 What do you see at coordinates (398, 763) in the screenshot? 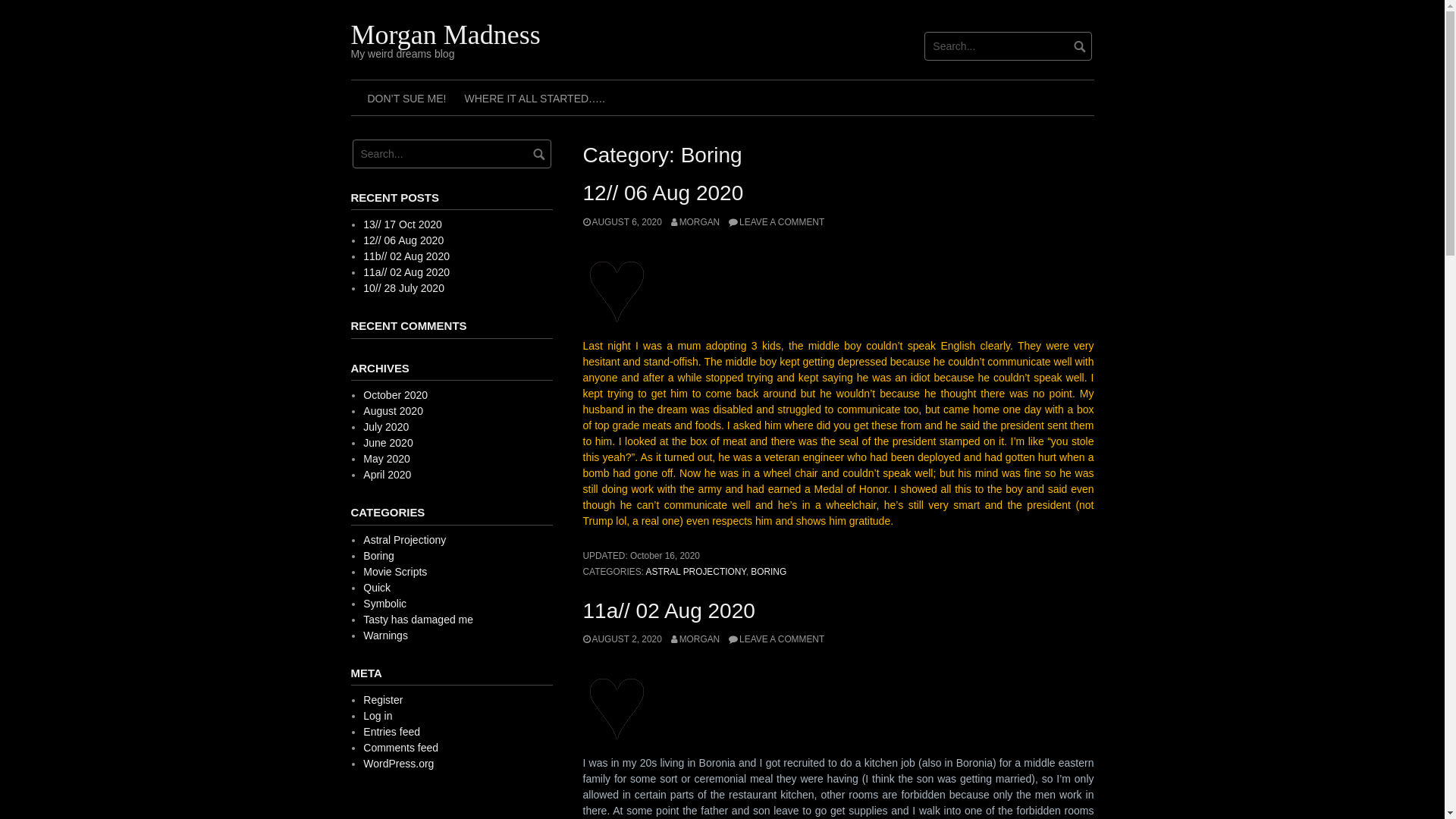
I see `'WordPress.org'` at bounding box center [398, 763].